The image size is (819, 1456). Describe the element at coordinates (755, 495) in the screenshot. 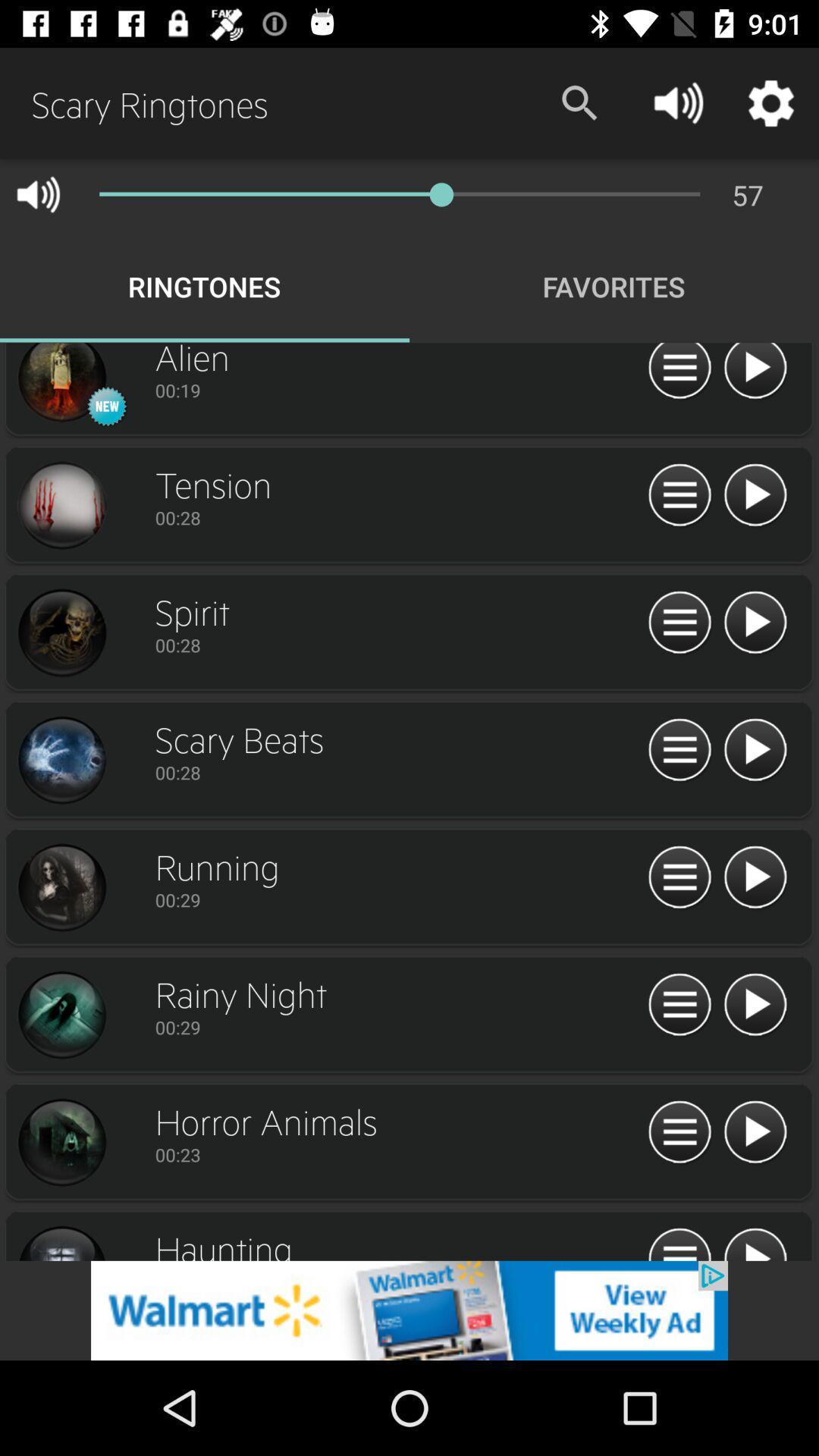

I see `an` at that location.